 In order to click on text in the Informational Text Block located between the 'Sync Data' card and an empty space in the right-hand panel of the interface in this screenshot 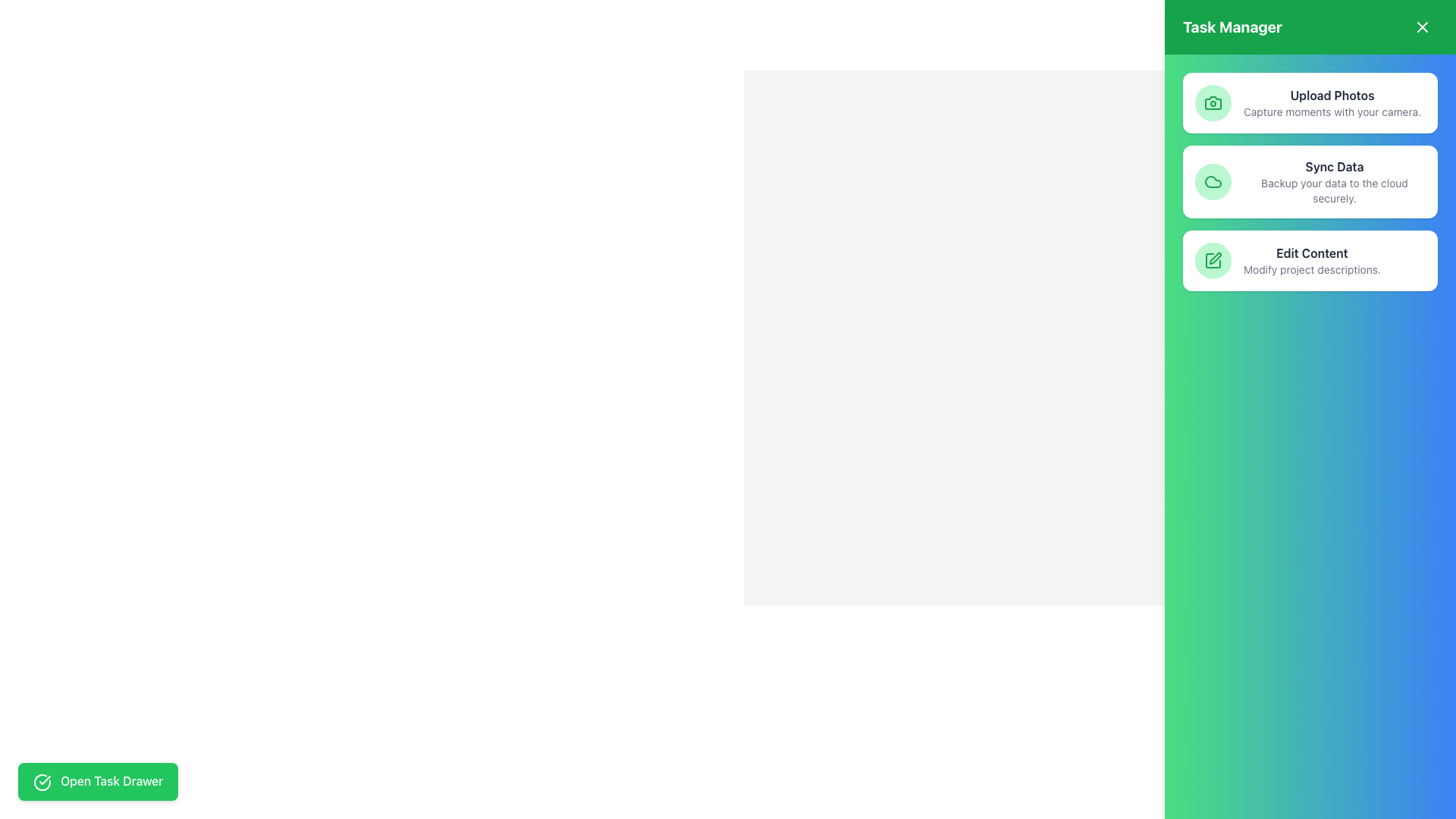, I will do `click(1311, 259)`.